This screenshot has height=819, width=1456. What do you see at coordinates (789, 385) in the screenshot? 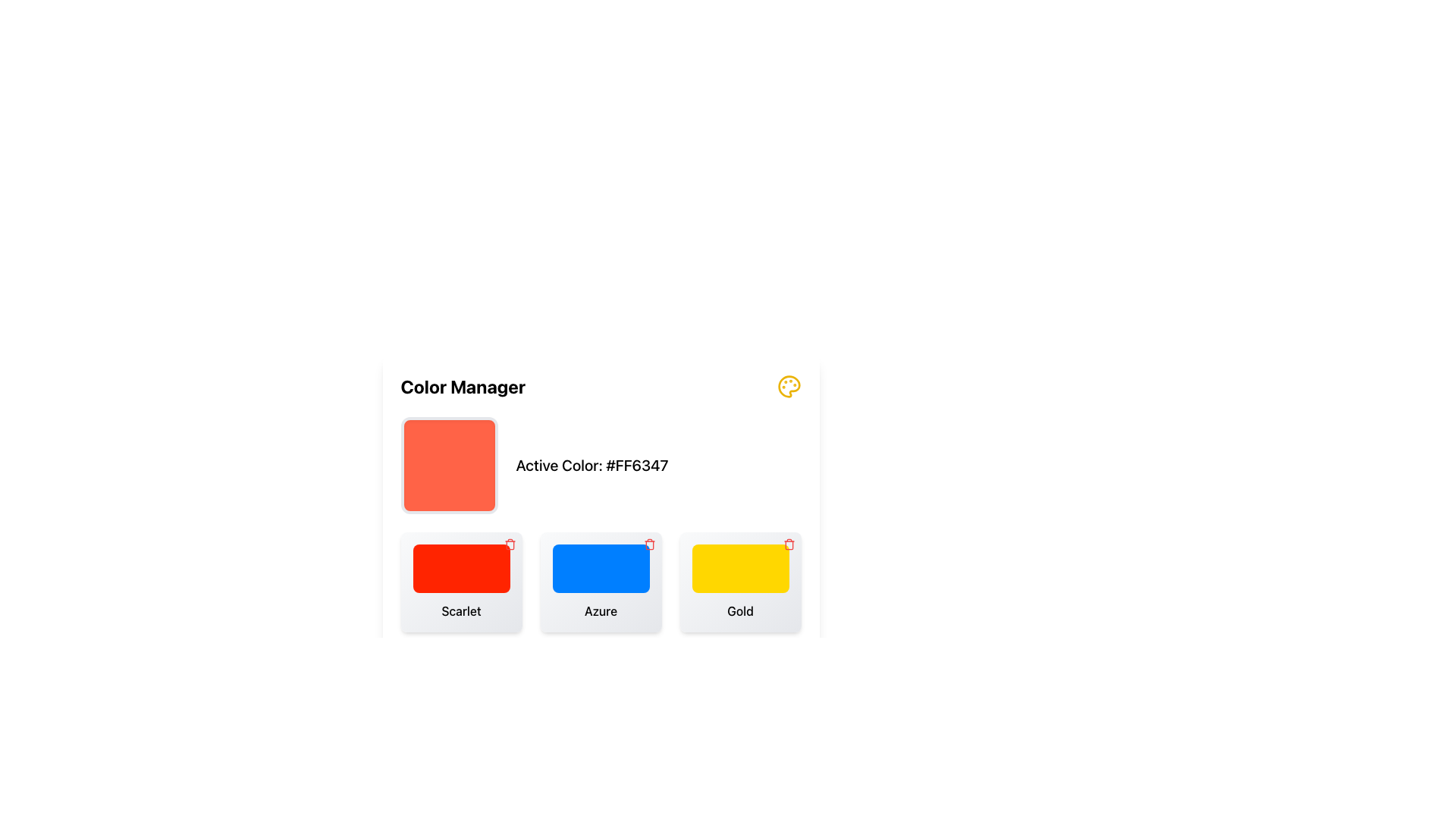
I see `the yellow palette icon located to the right of the 'Color Manager' text in the header section to invoke color management actions` at bounding box center [789, 385].